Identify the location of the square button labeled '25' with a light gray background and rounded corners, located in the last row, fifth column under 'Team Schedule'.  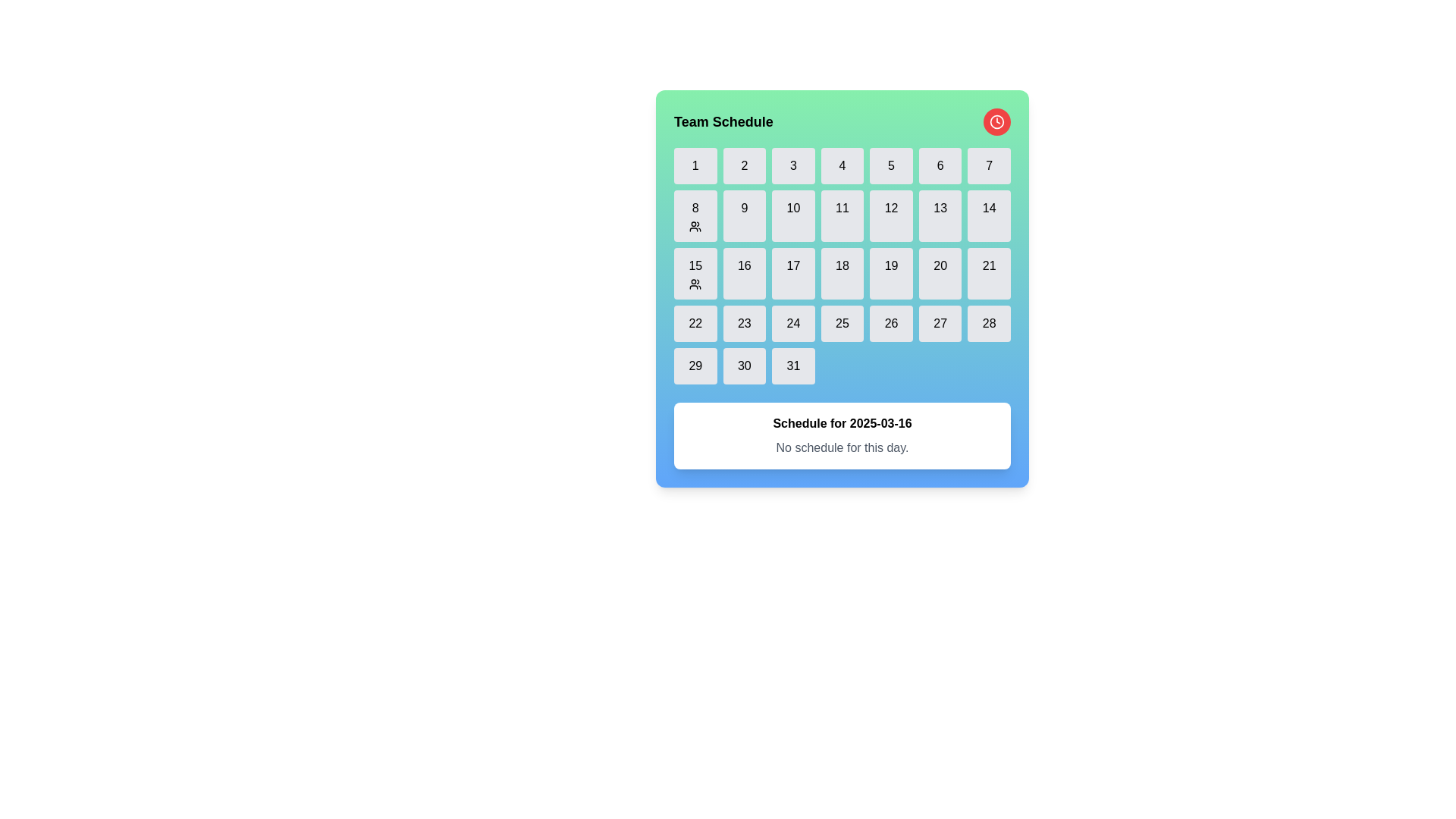
(841, 323).